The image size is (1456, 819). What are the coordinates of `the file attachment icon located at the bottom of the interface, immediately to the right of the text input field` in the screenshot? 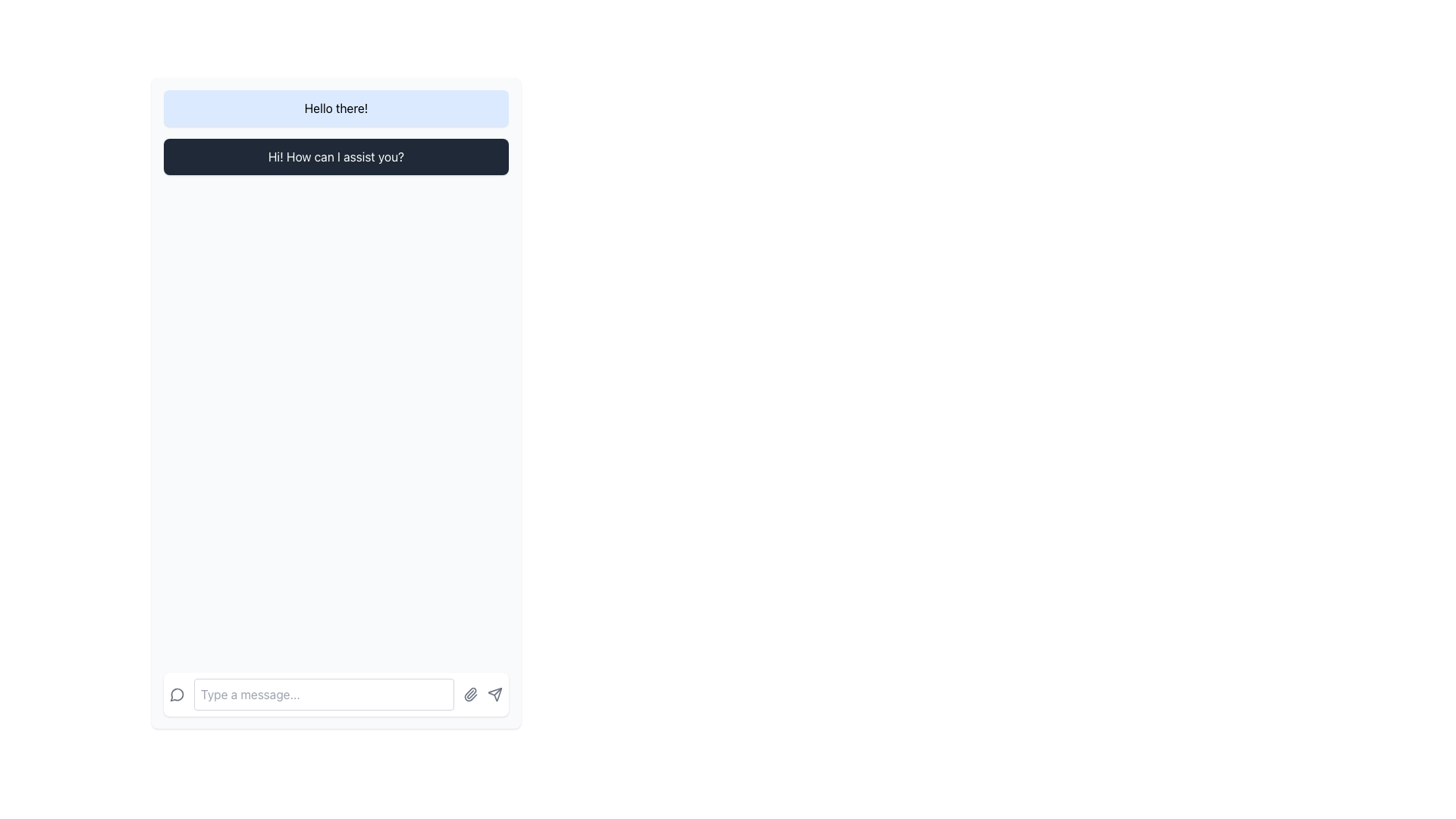 It's located at (469, 694).